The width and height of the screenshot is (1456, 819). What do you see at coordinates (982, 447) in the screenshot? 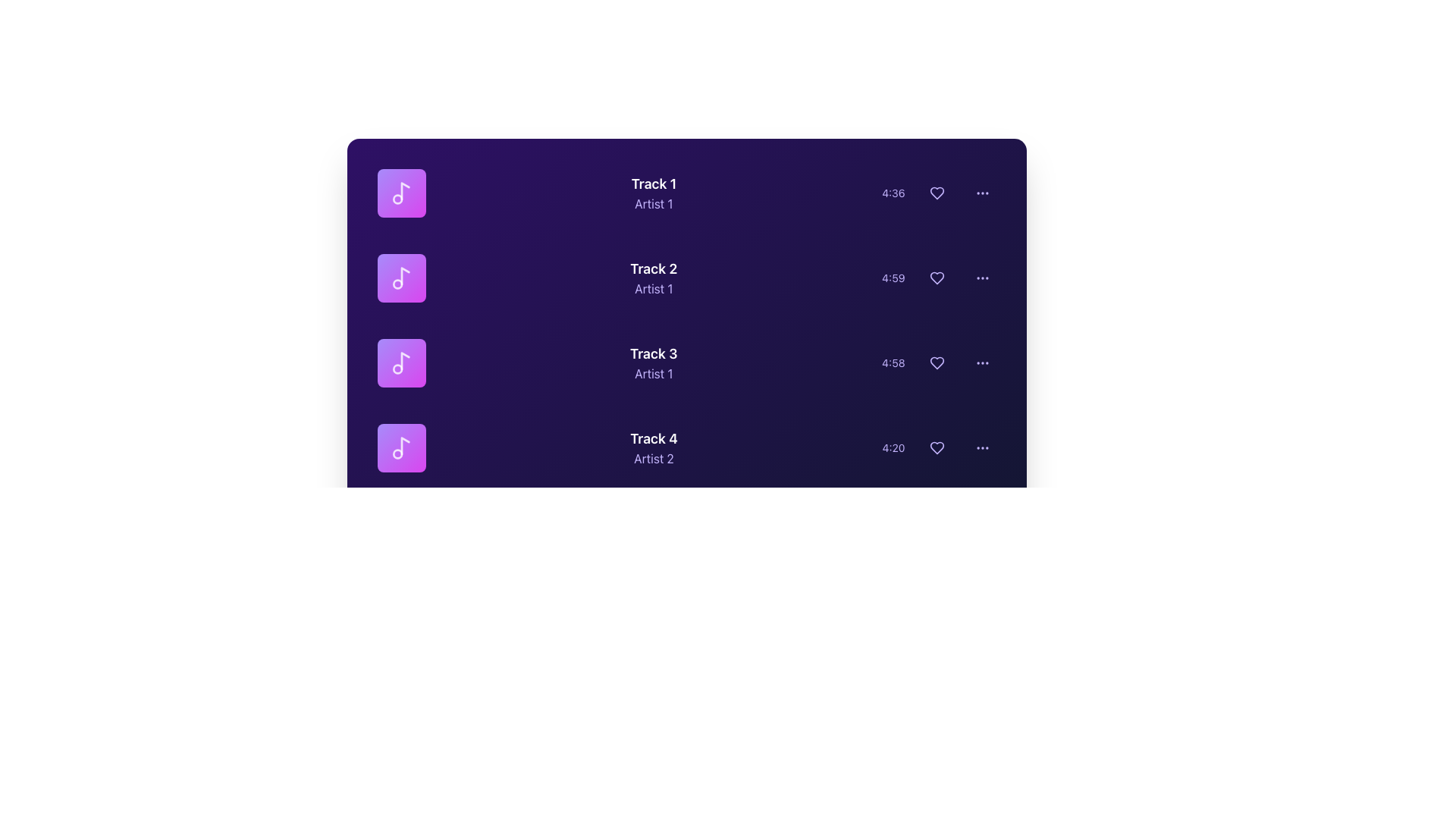
I see `the light violet horizontal ellipsis icon located in the rightmost section of the row corresponding to 'Track 4'` at bounding box center [982, 447].